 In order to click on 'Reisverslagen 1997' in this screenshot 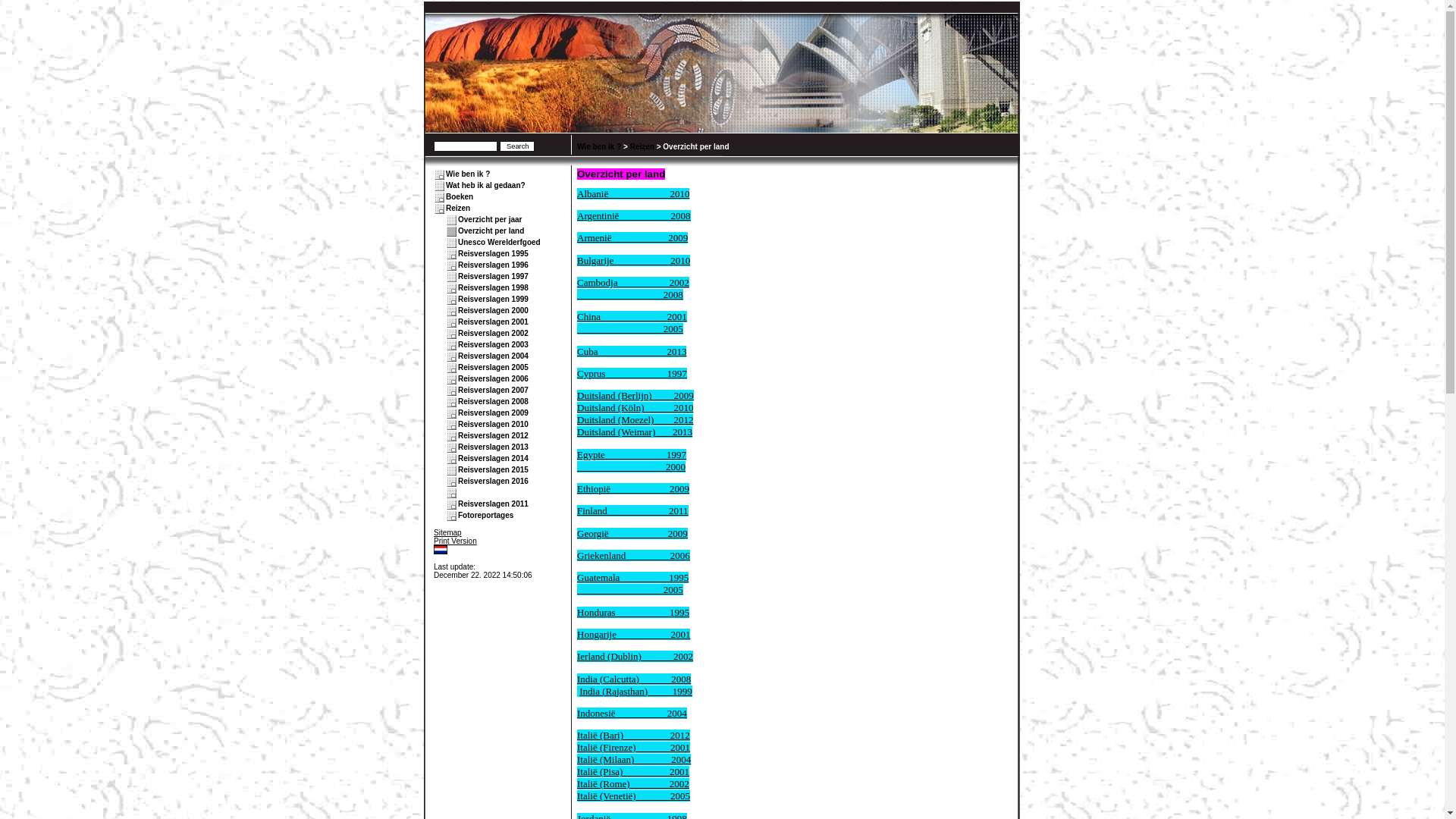, I will do `click(457, 276)`.